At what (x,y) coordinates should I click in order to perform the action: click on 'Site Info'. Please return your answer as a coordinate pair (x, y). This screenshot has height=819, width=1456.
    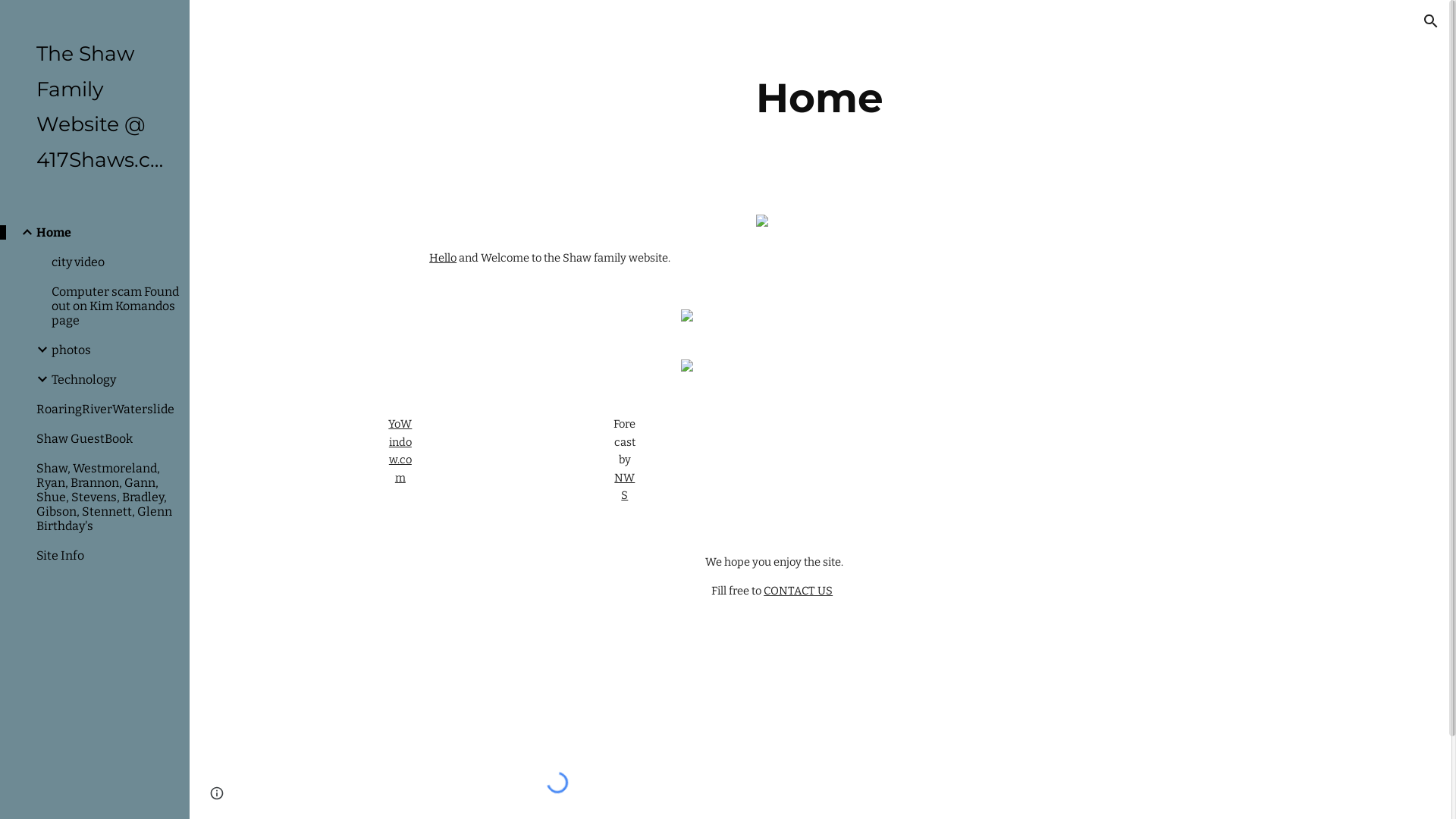
    Looking at the image, I should click on (105, 555).